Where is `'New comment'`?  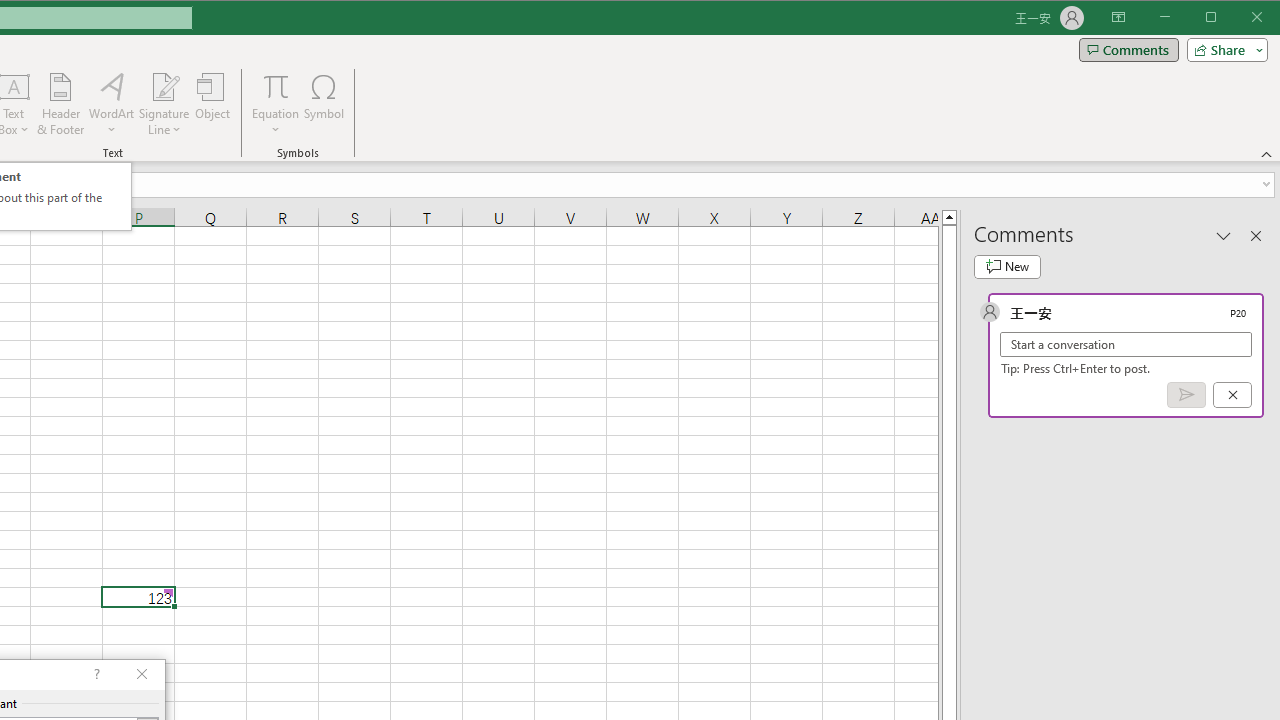 'New comment' is located at coordinates (1007, 266).